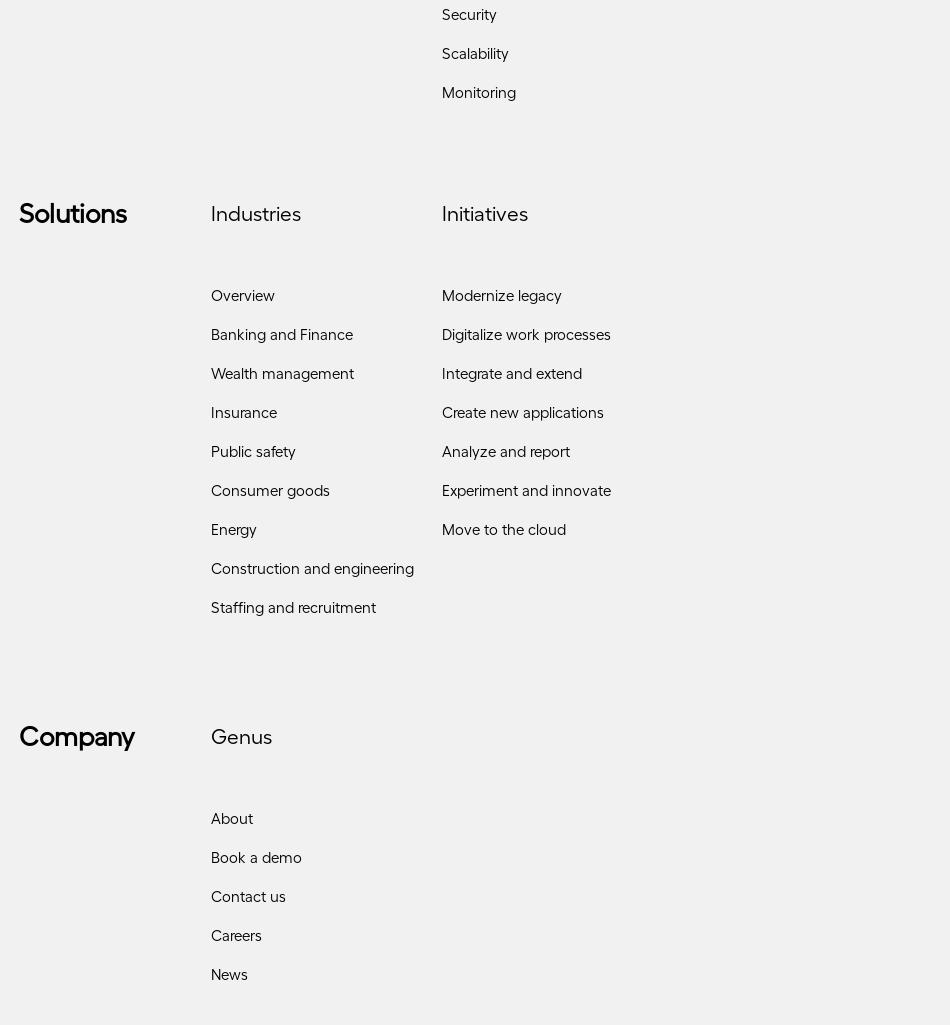 This screenshot has width=950, height=1025. I want to click on 'Book a demo', so click(255, 863).